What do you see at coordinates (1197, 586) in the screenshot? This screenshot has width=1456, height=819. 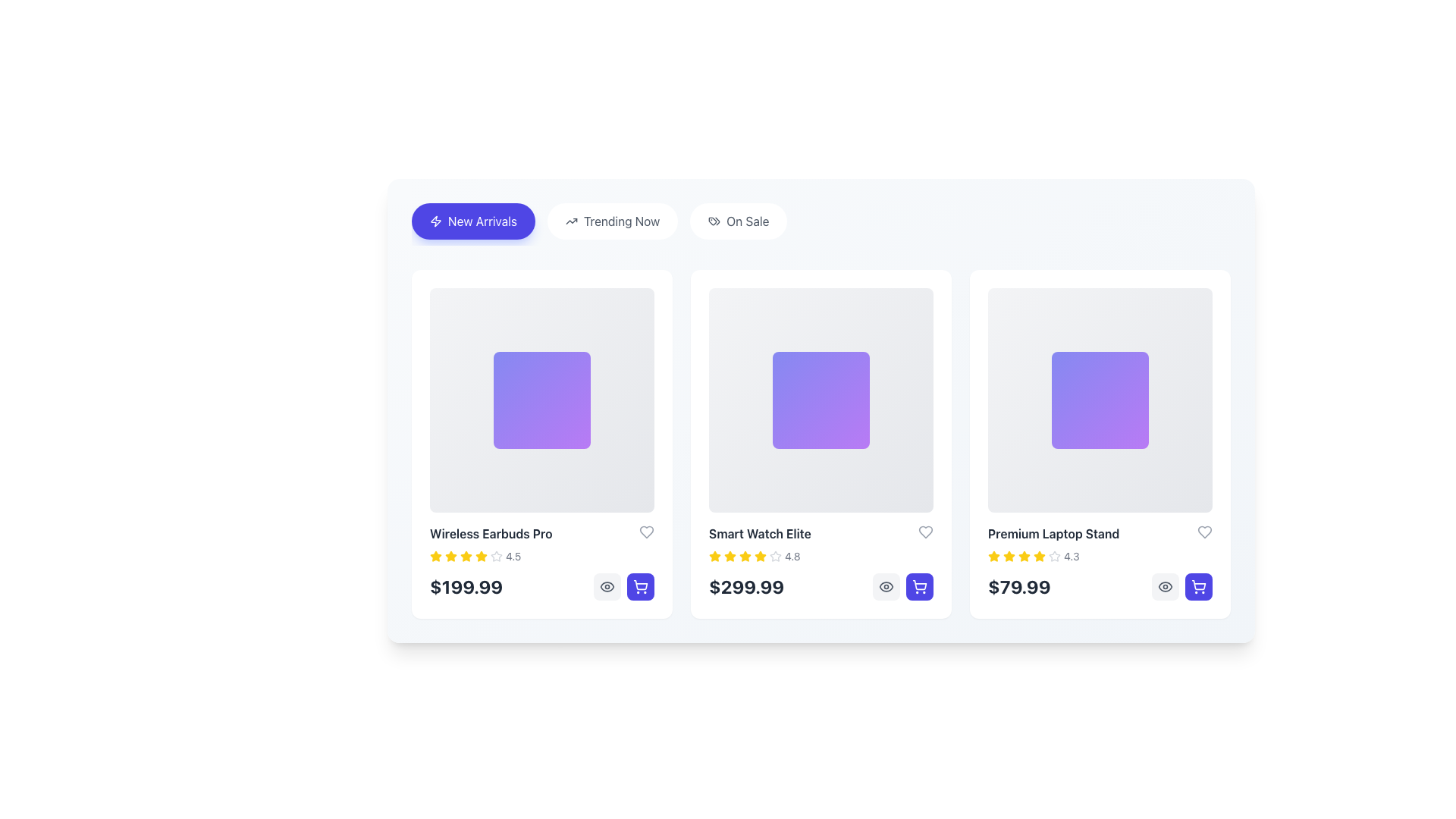 I see `the button located at the bottom-right corner of the third product card` at bounding box center [1197, 586].